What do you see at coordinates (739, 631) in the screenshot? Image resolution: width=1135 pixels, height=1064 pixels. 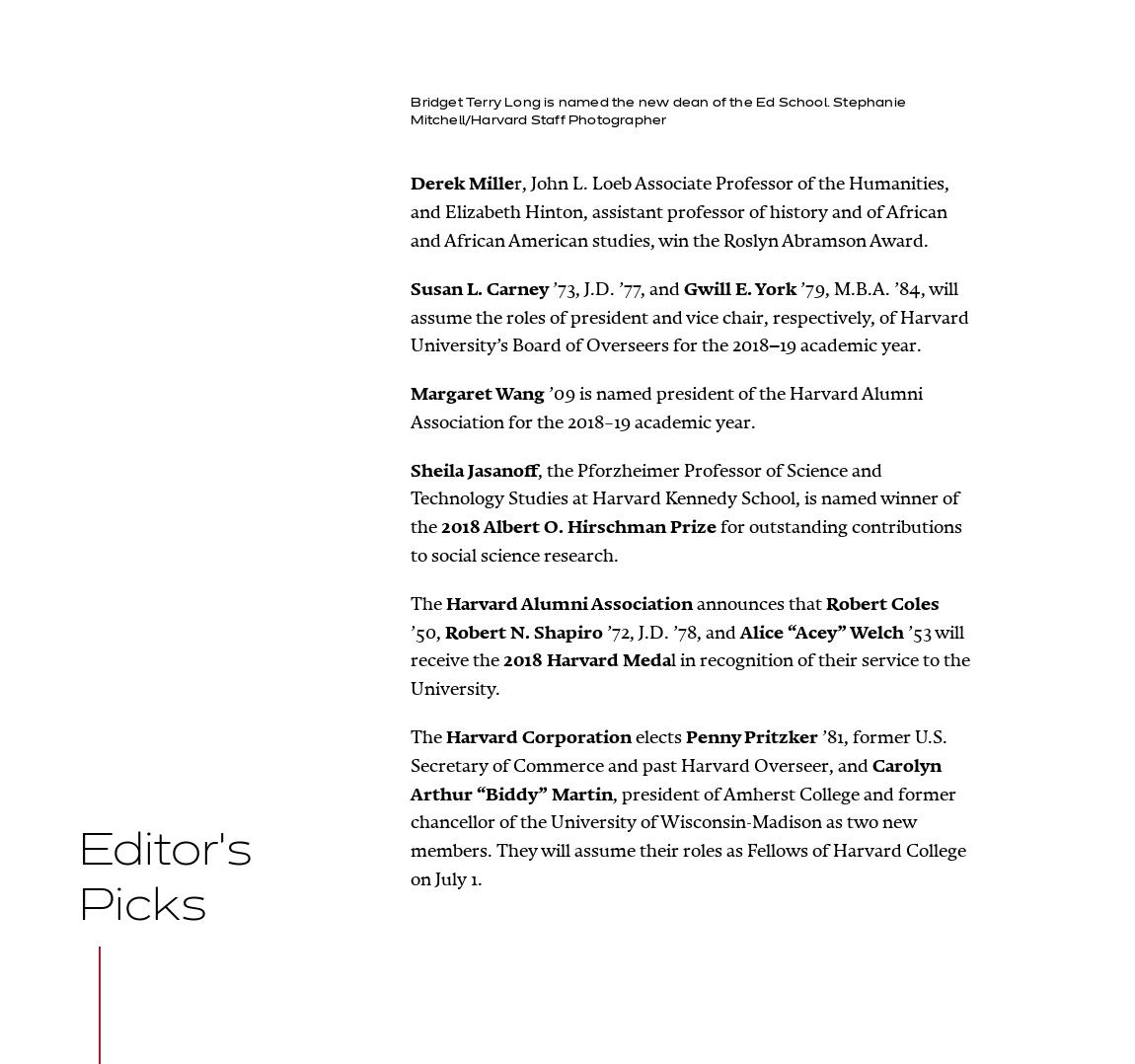 I see `'Alice “Acey” Welch'` at bounding box center [739, 631].